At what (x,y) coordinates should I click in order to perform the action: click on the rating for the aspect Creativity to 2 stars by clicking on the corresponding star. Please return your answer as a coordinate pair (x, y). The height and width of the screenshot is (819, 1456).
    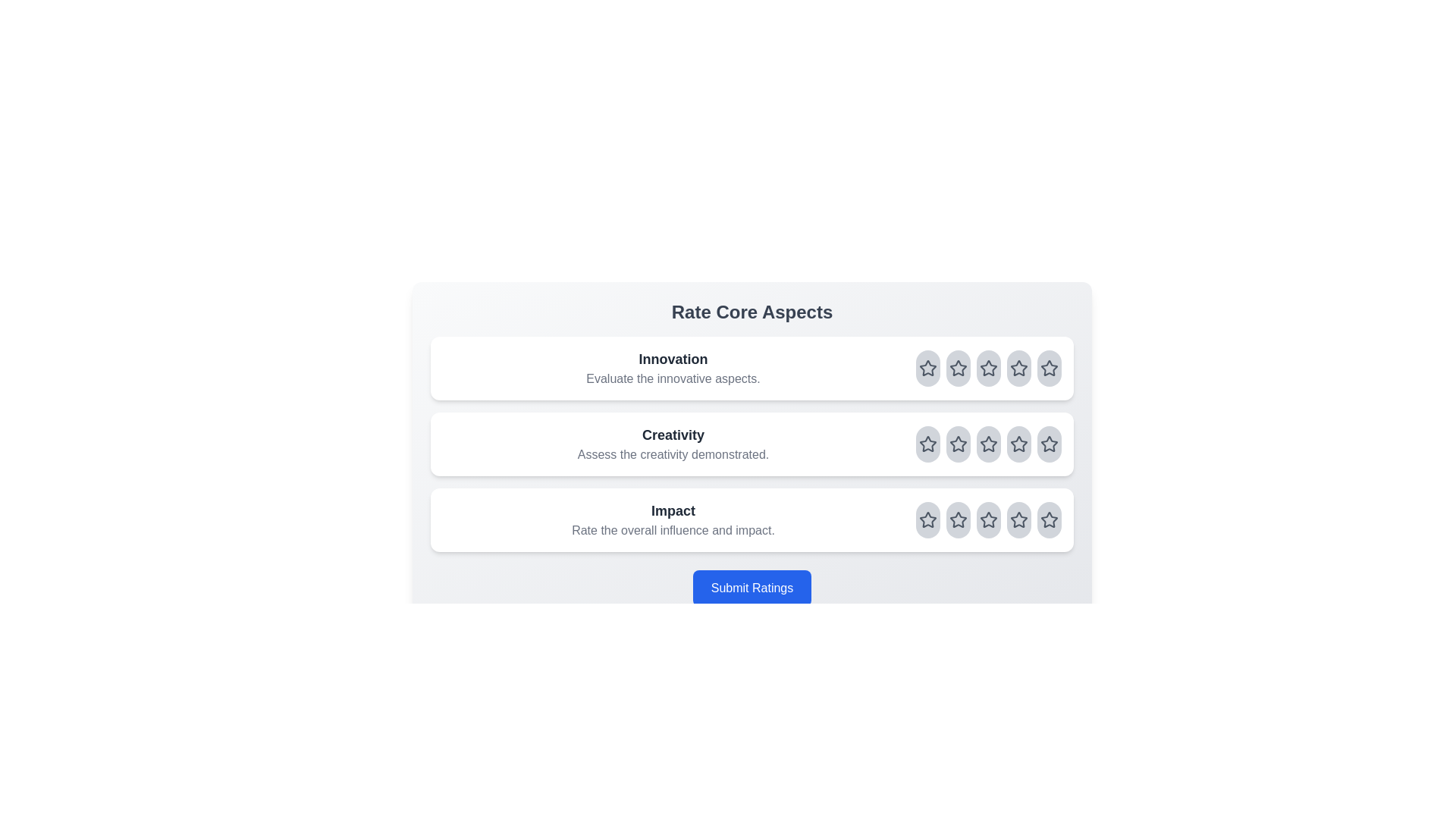
    Looking at the image, I should click on (957, 444).